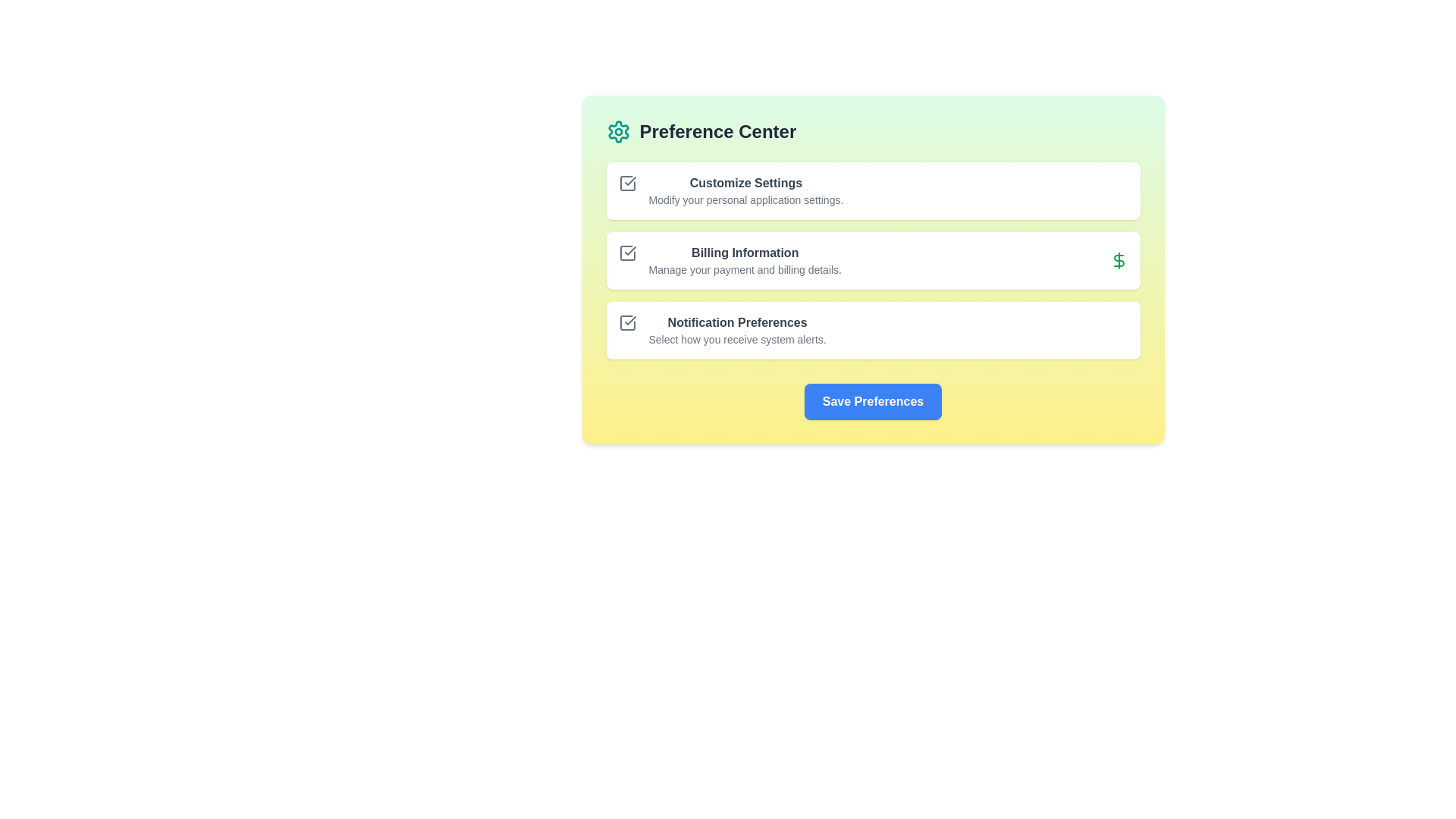 The width and height of the screenshot is (1456, 819). I want to click on contents of the text block labeled 'Billing Information' which includes the title in bold and the description text next to a check mark icon, so click(730, 259).